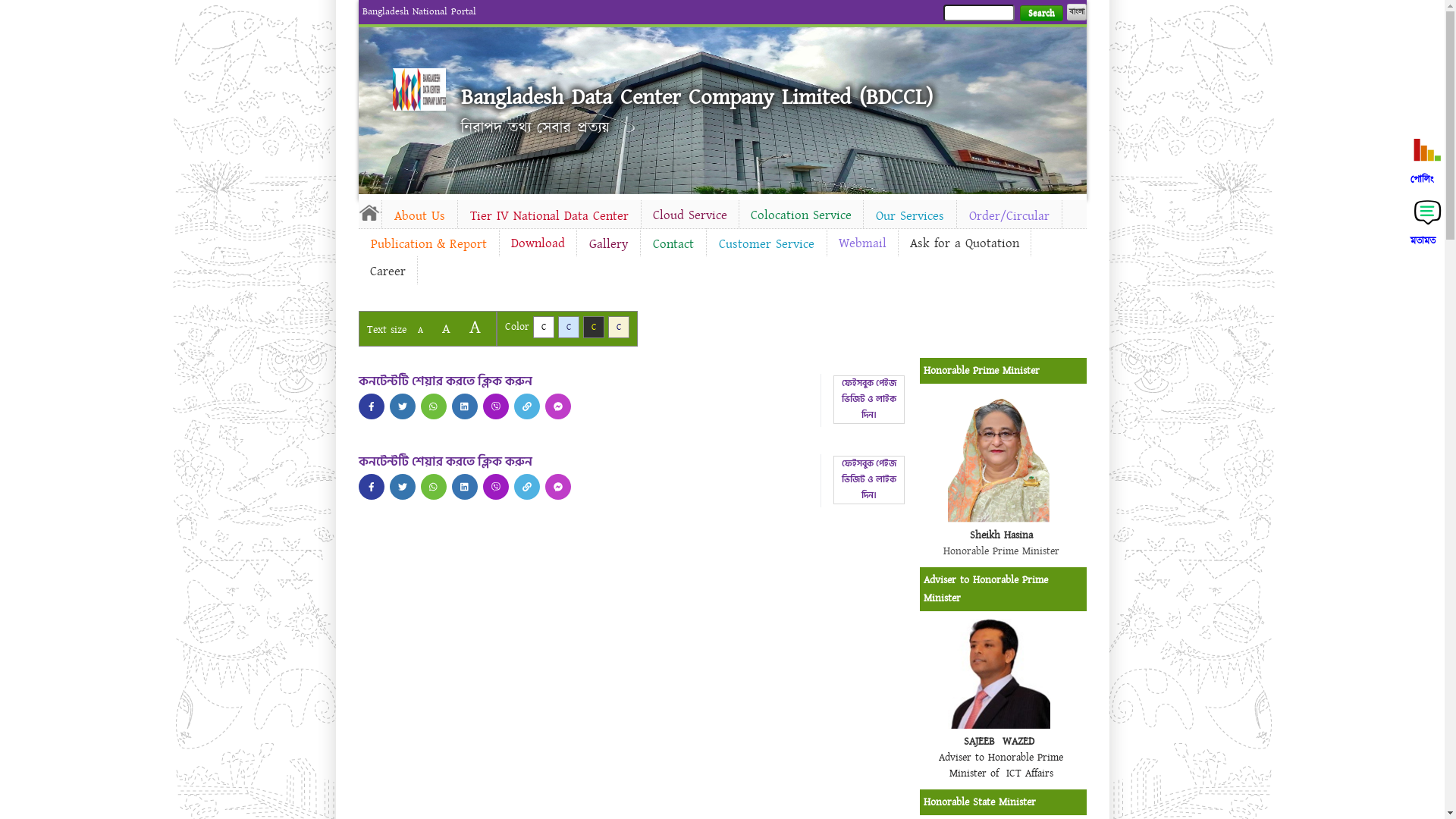  I want to click on 'Bangladesh National Portal', so click(419, 11).